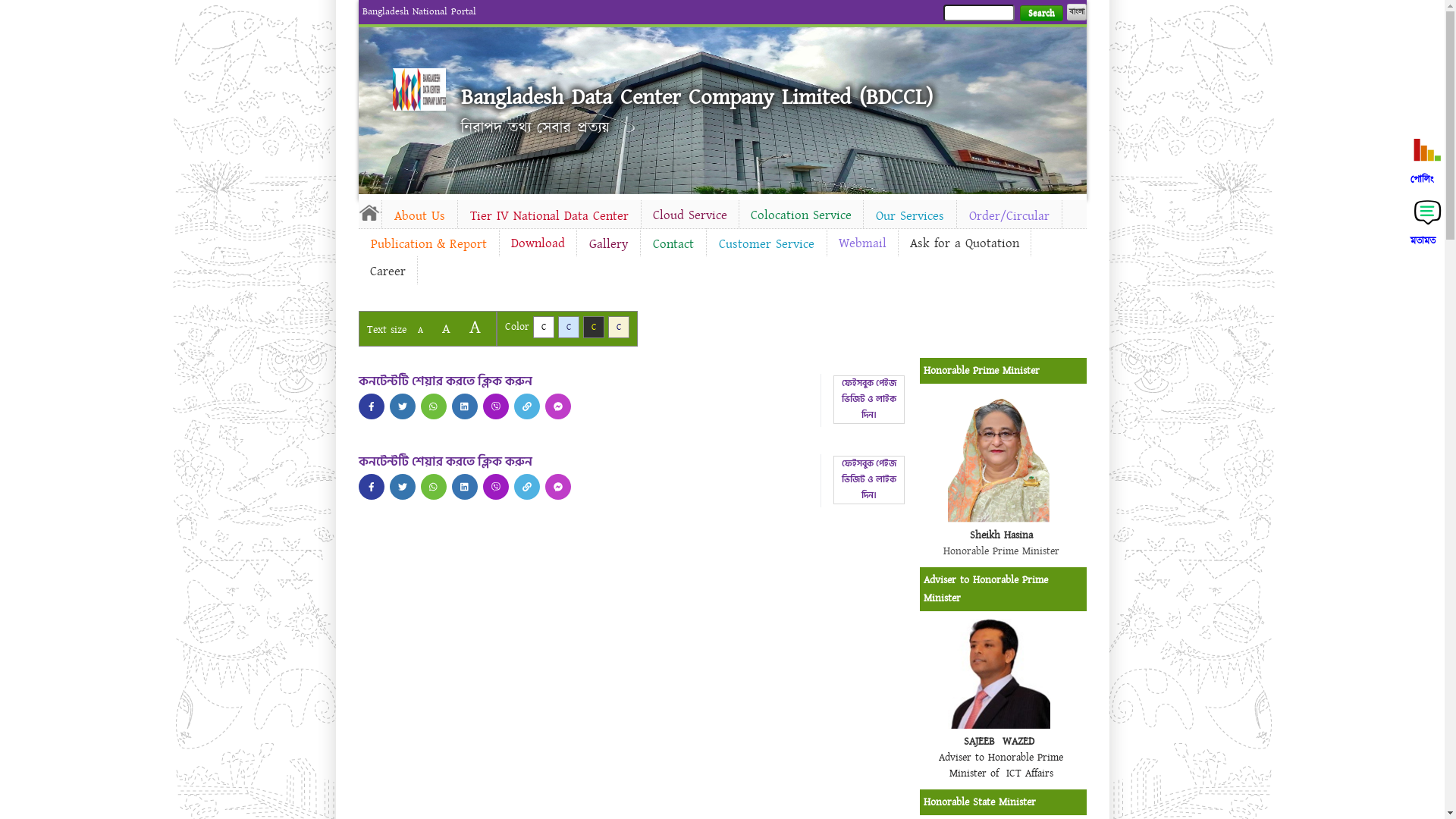  I want to click on 'Bangladesh National Portal', so click(419, 11).